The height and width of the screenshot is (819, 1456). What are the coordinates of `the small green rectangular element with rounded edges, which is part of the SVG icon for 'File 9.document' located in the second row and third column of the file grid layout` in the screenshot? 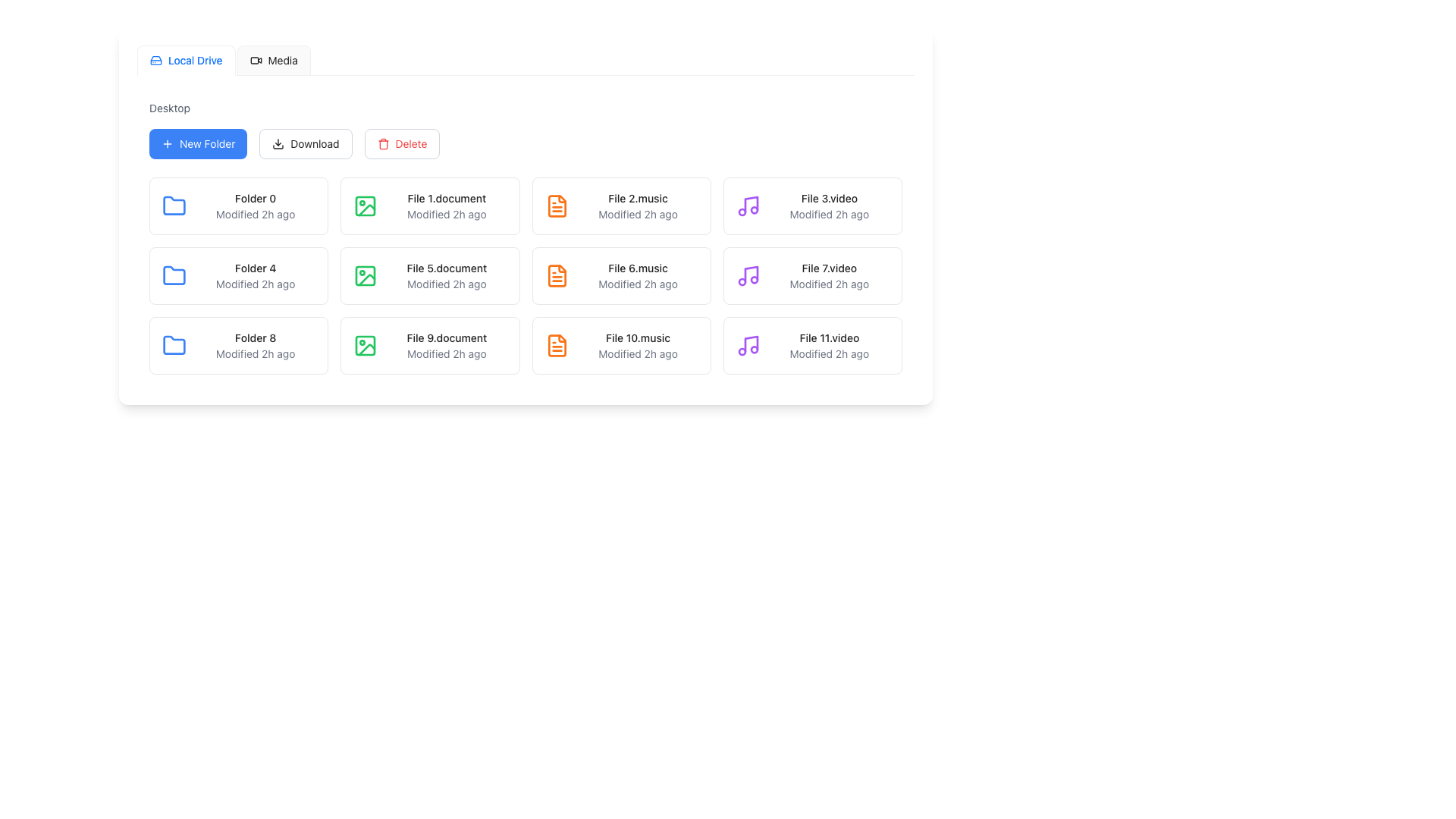 It's located at (366, 345).